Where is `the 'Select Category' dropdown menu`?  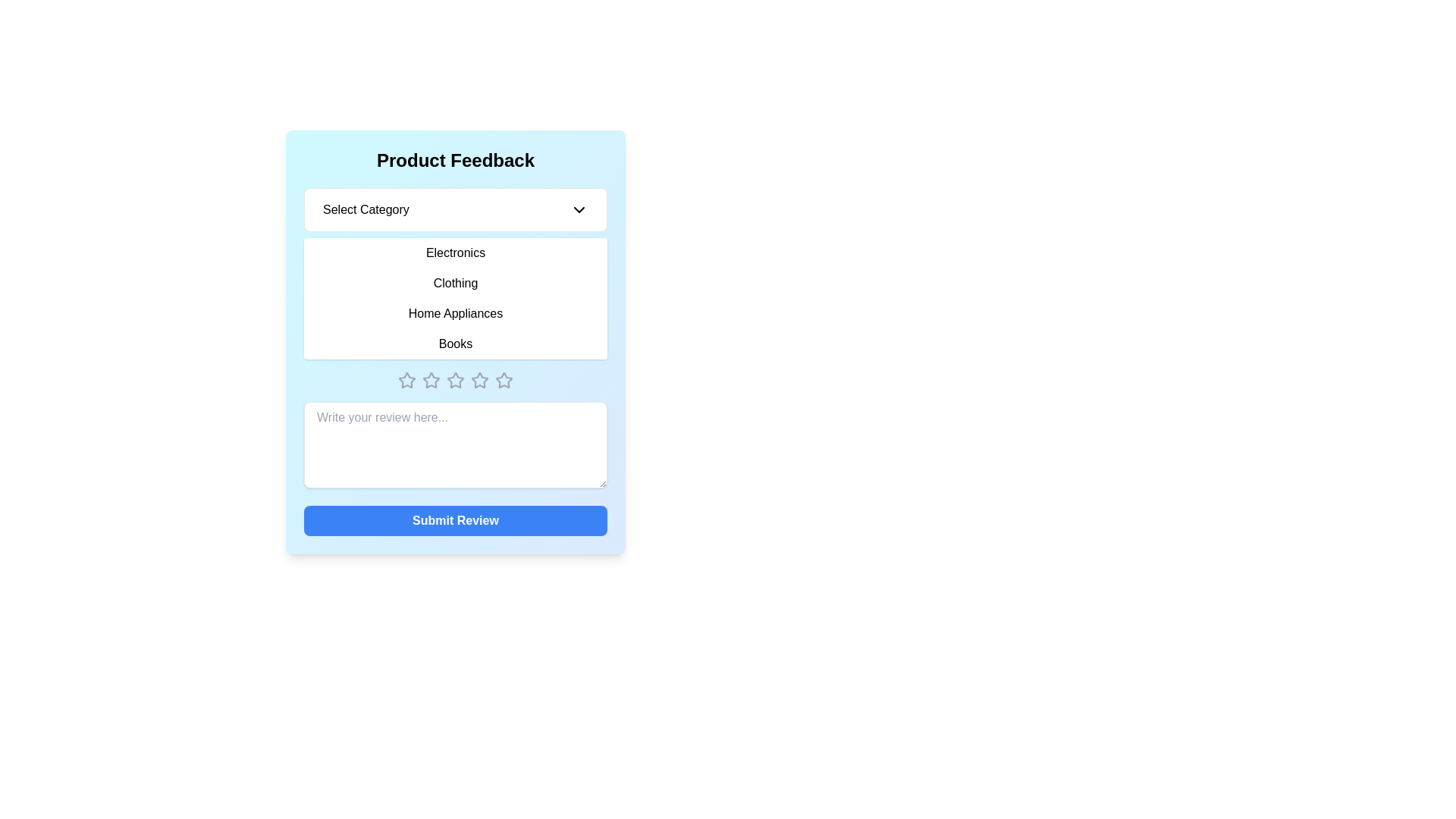
the 'Select Category' dropdown menu is located at coordinates (454, 274).